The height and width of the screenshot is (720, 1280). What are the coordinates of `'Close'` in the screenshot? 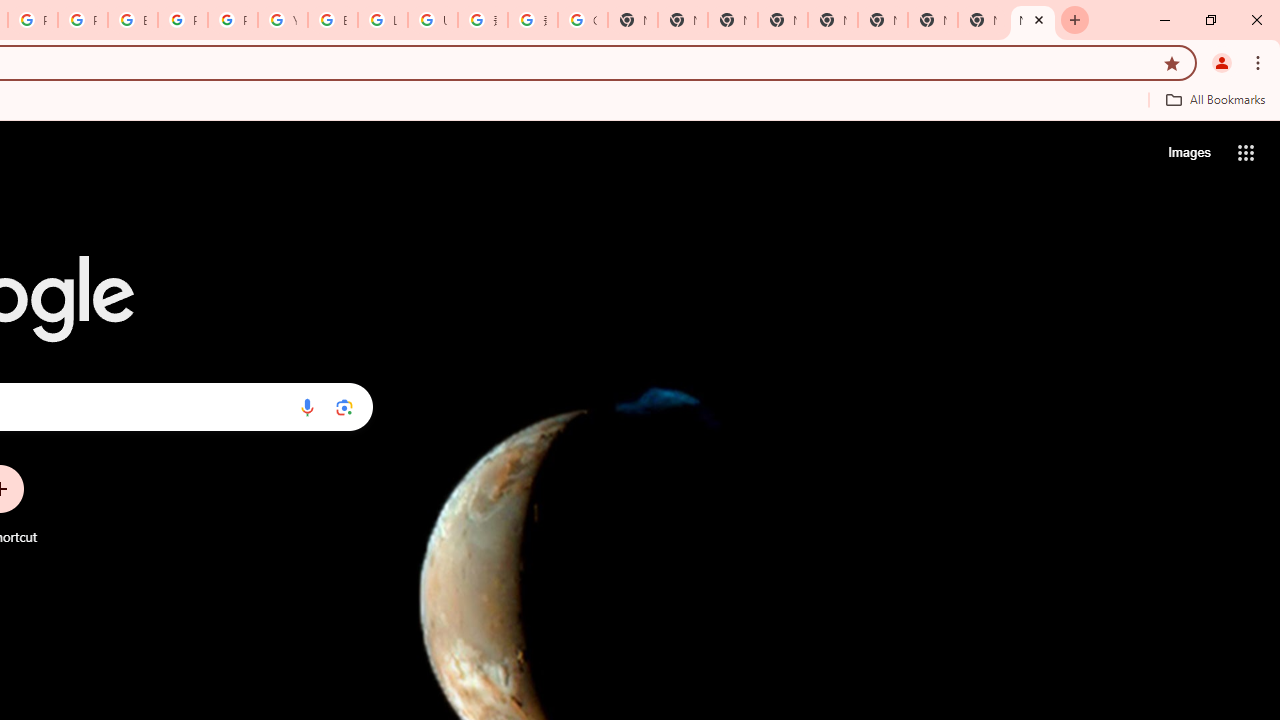 It's located at (1039, 19).